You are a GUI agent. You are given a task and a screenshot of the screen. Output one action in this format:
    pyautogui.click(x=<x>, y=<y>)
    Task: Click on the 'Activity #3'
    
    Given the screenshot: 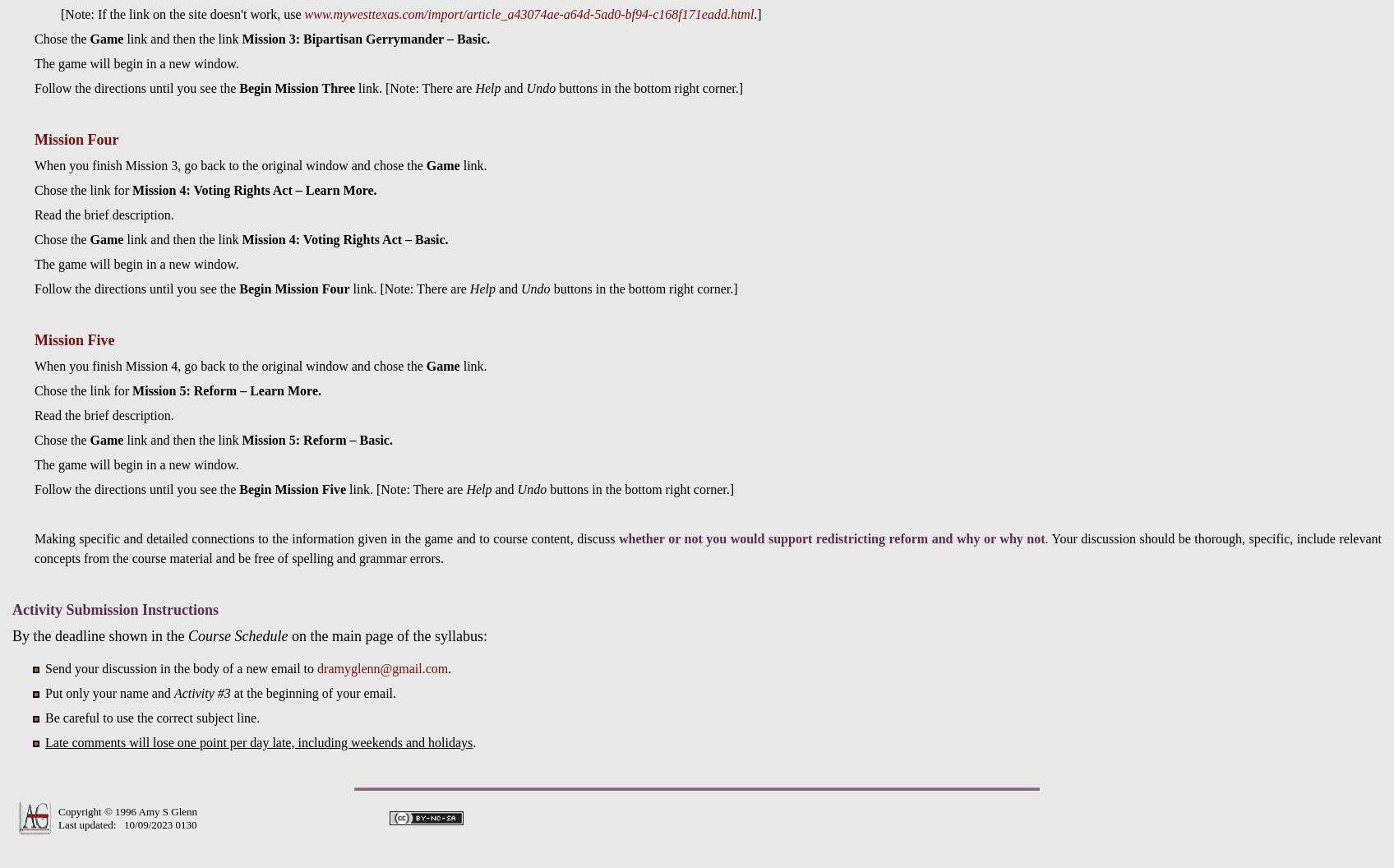 What is the action you would take?
    pyautogui.click(x=201, y=692)
    